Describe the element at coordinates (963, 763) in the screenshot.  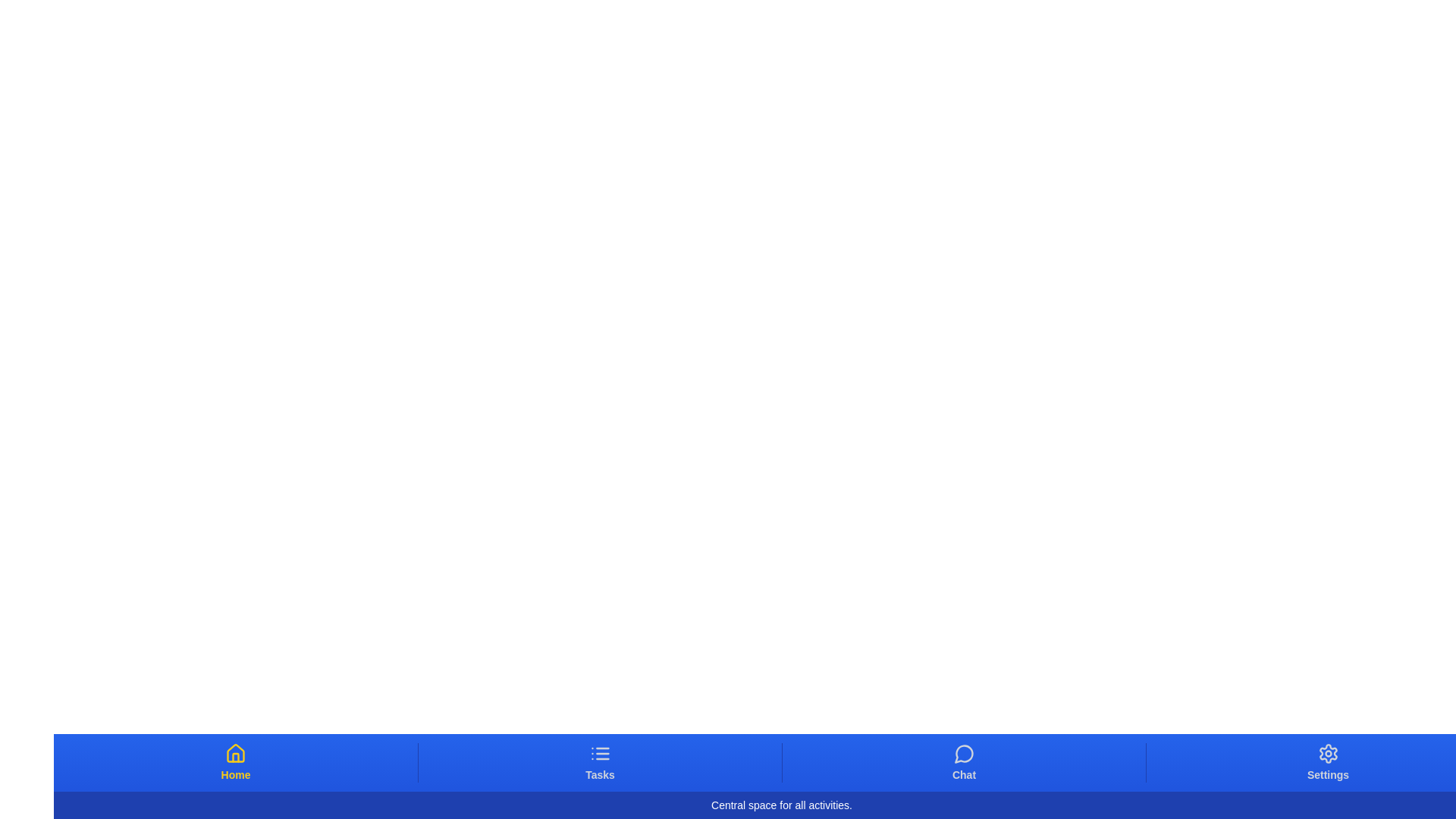
I see `the Chat tab button to switch to the corresponding tab` at that location.